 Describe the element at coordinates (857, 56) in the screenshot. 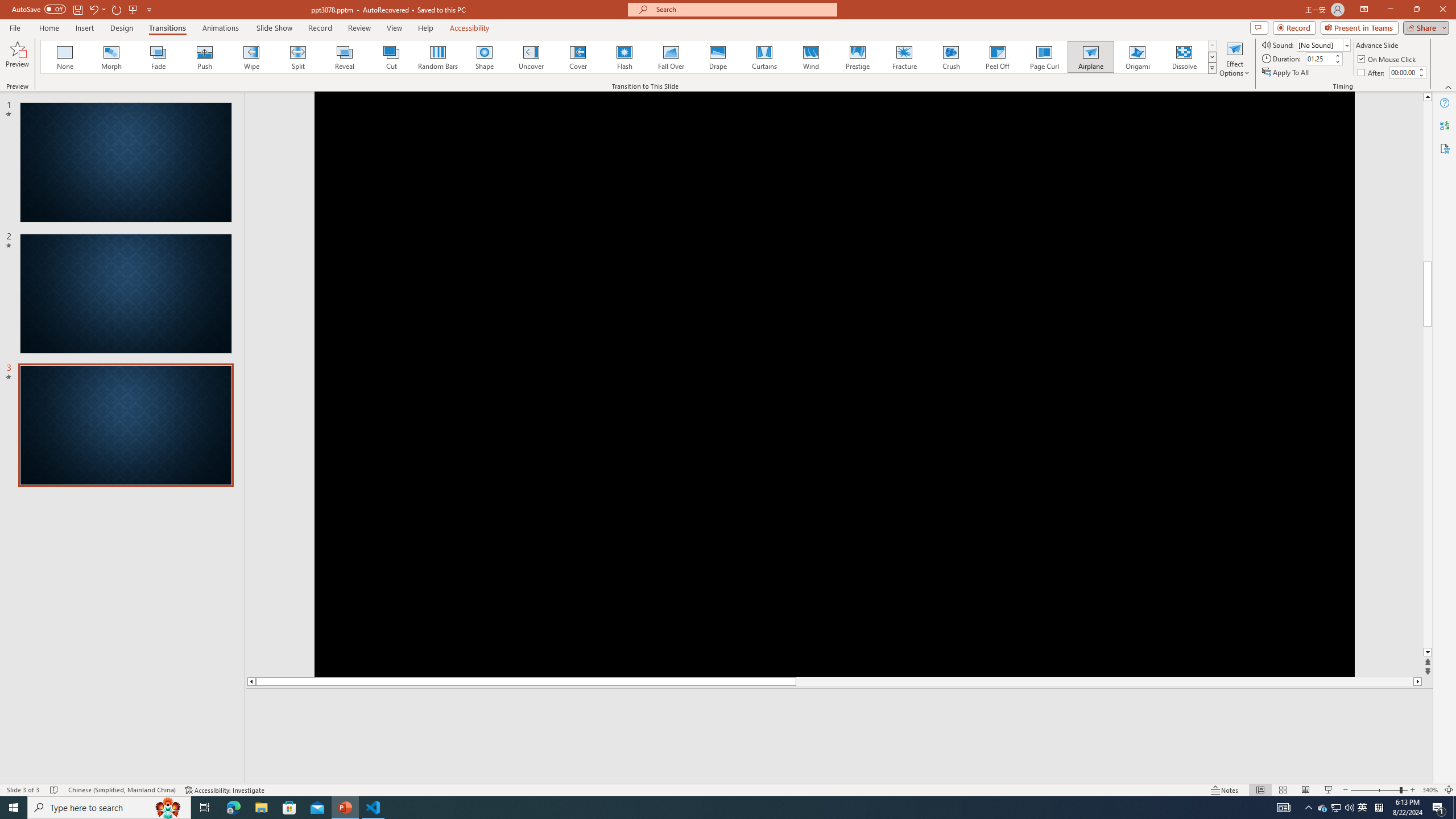

I see `'Prestige'` at that location.